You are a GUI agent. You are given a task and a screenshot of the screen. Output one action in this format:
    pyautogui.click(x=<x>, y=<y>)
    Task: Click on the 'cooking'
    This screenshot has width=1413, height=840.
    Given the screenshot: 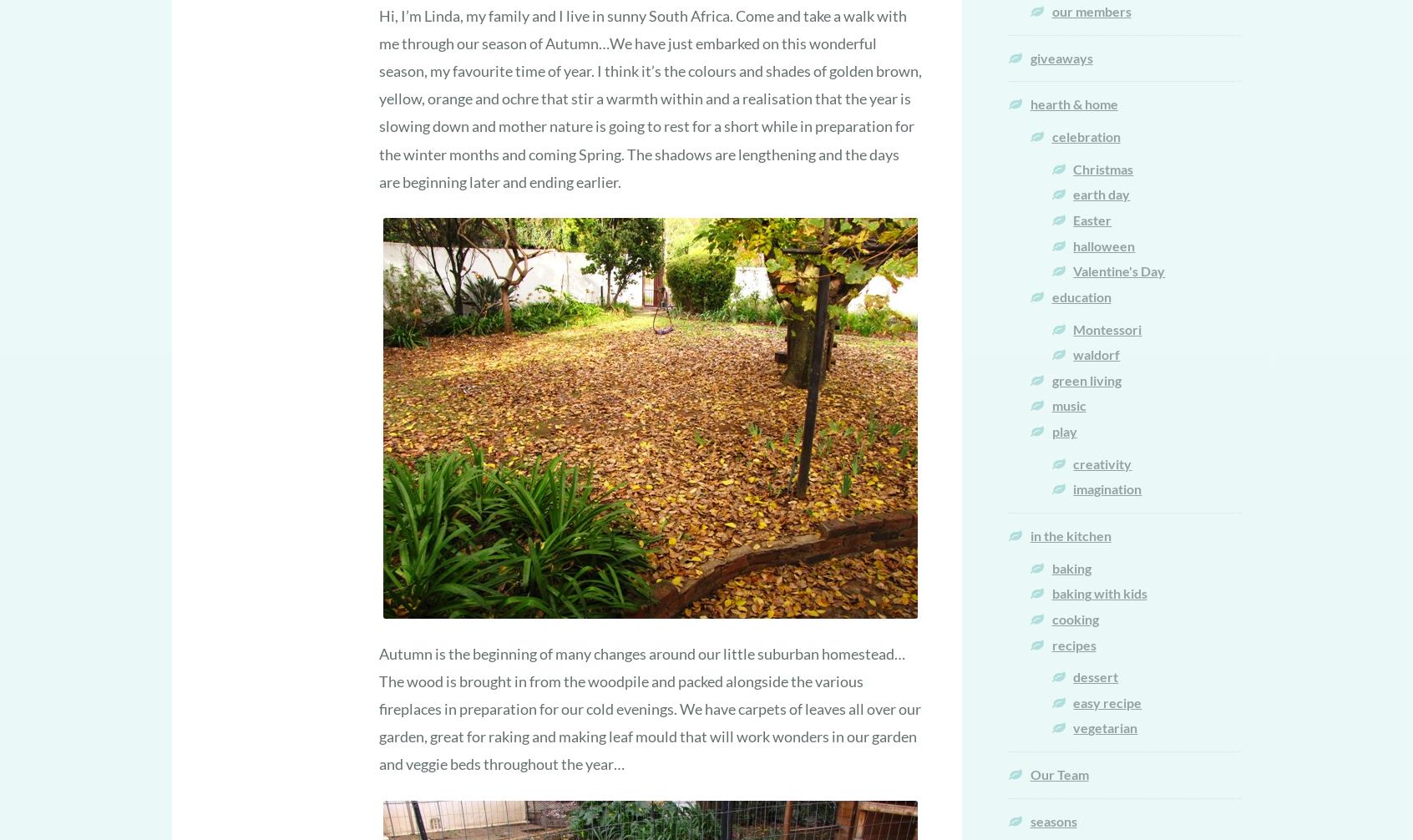 What is the action you would take?
    pyautogui.click(x=1073, y=618)
    